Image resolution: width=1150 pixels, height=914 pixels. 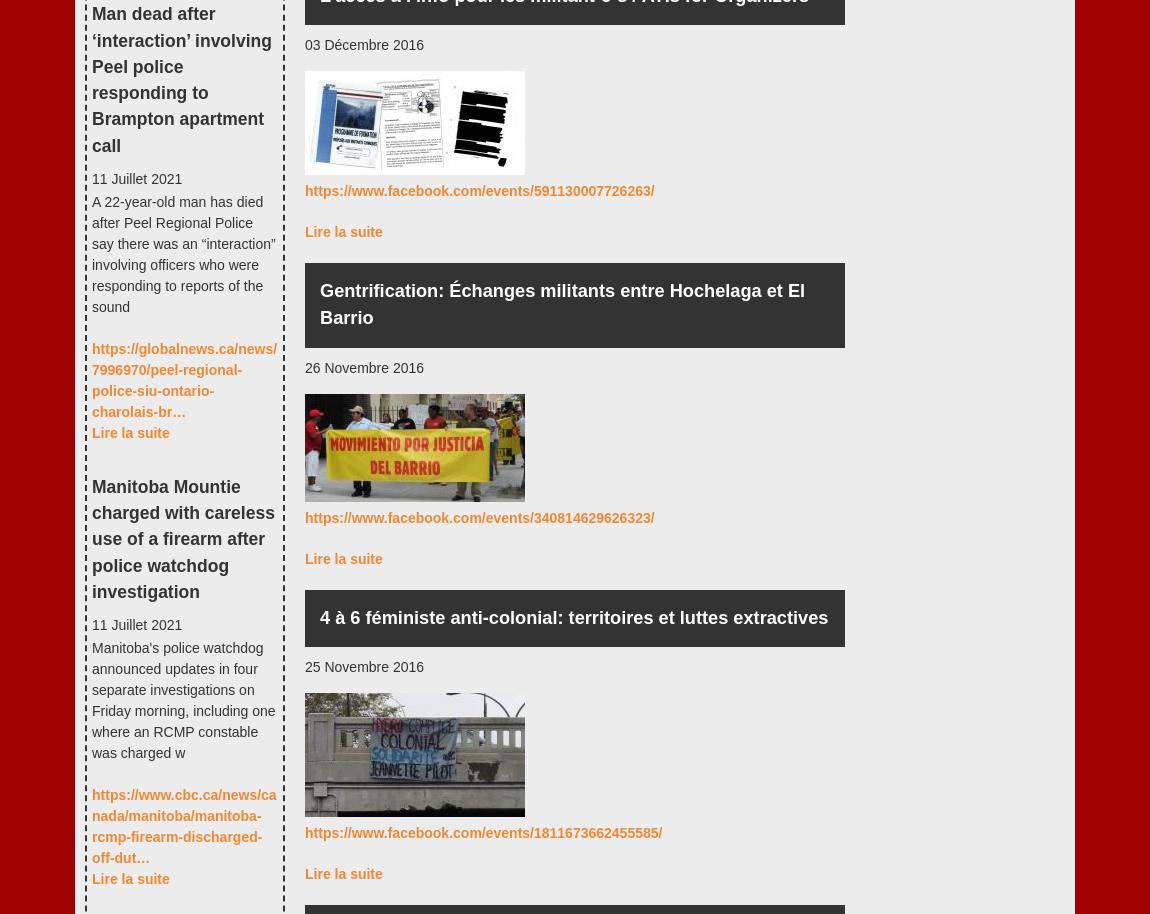 What do you see at coordinates (91, 699) in the screenshot?
I see `'Manitoba's police watchdog announced updates in four separate investigations on Friday morning, including one where an RCMP constable was charged w'` at bounding box center [91, 699].